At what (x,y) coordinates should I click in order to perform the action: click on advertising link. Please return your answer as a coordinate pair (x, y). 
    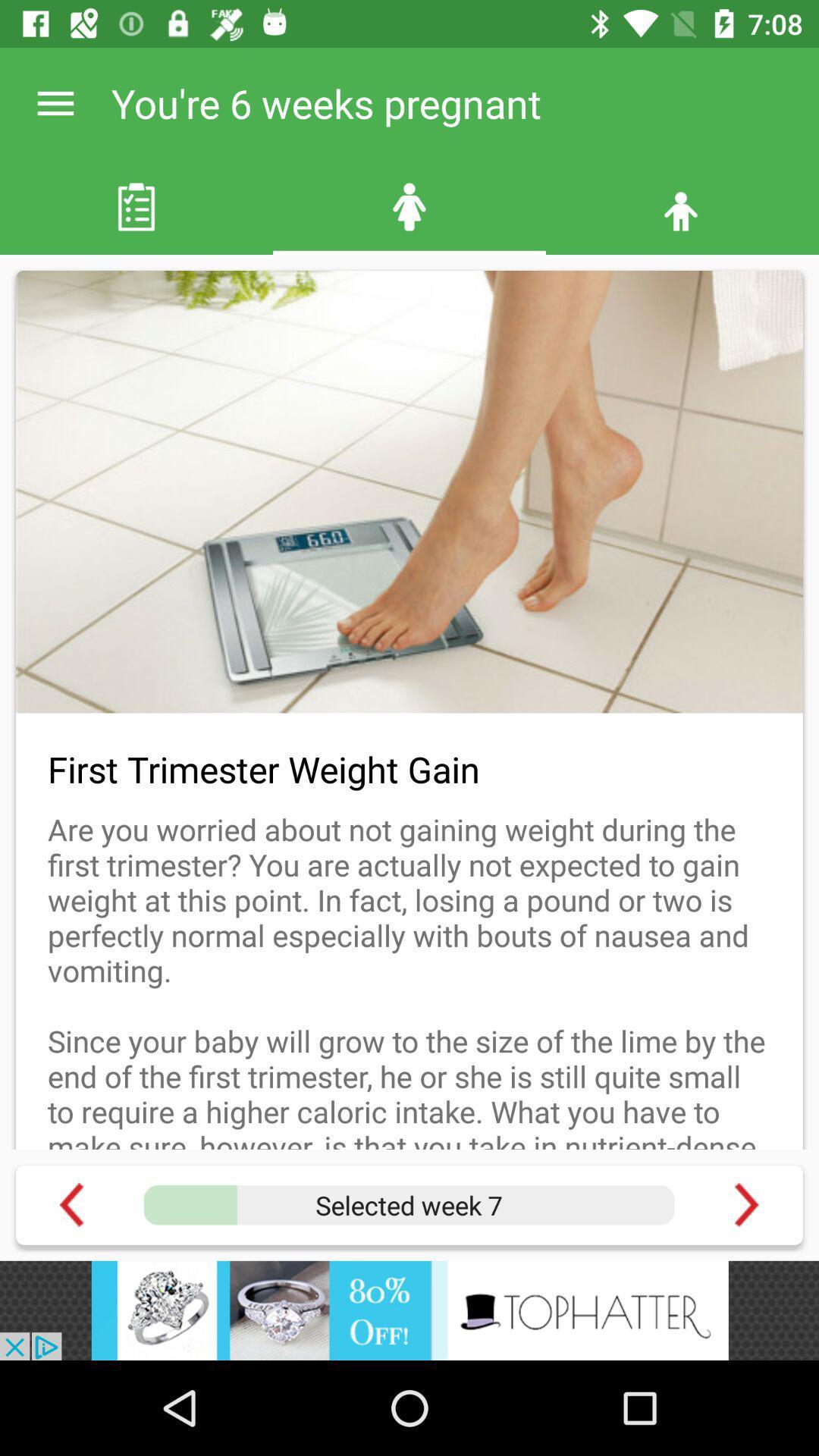
    Looking at the image, I should click on (409, 1310).